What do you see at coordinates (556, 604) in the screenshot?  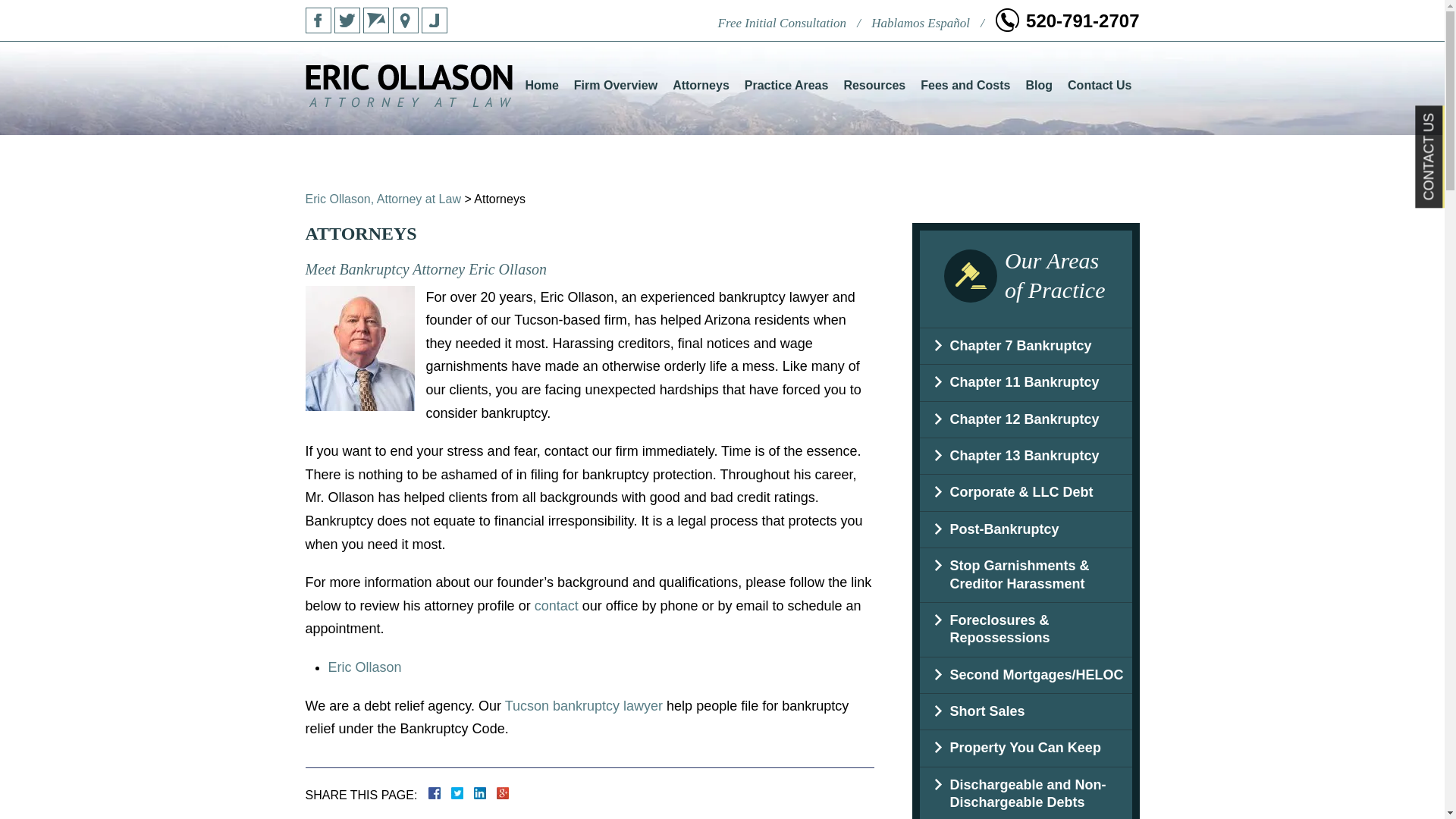 I see `'contact'` at bounding box center [556, 604].